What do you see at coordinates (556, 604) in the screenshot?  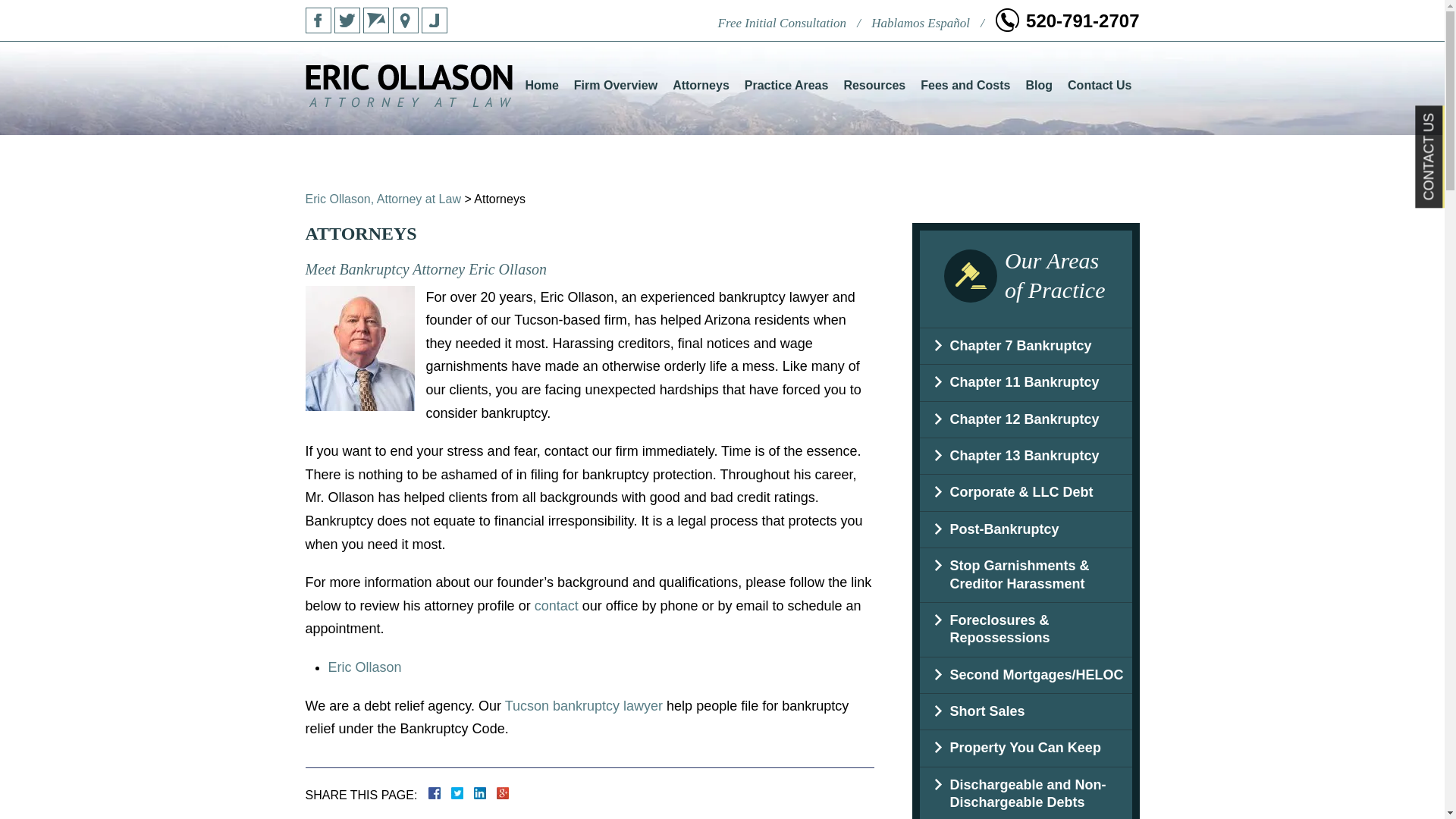 I see `'contact'` at bounding box center [556, 604].